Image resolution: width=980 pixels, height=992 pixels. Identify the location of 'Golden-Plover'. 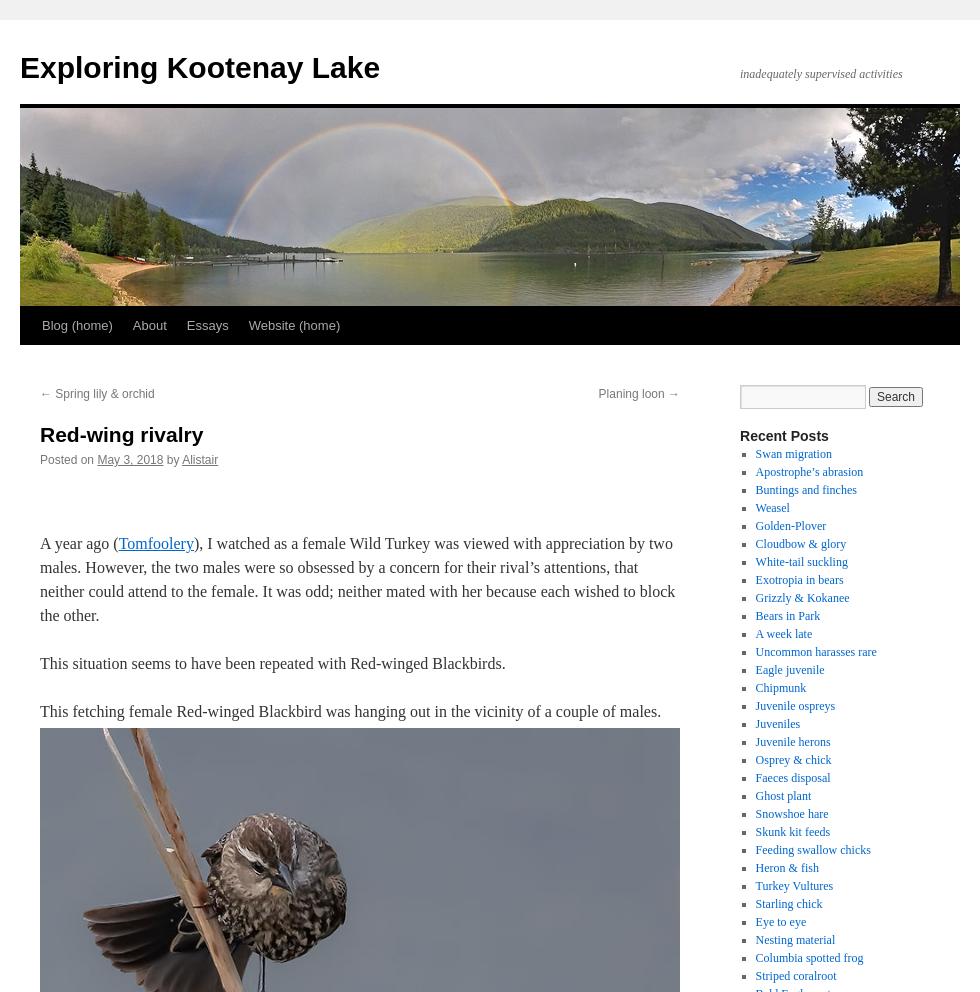
(790, 524).